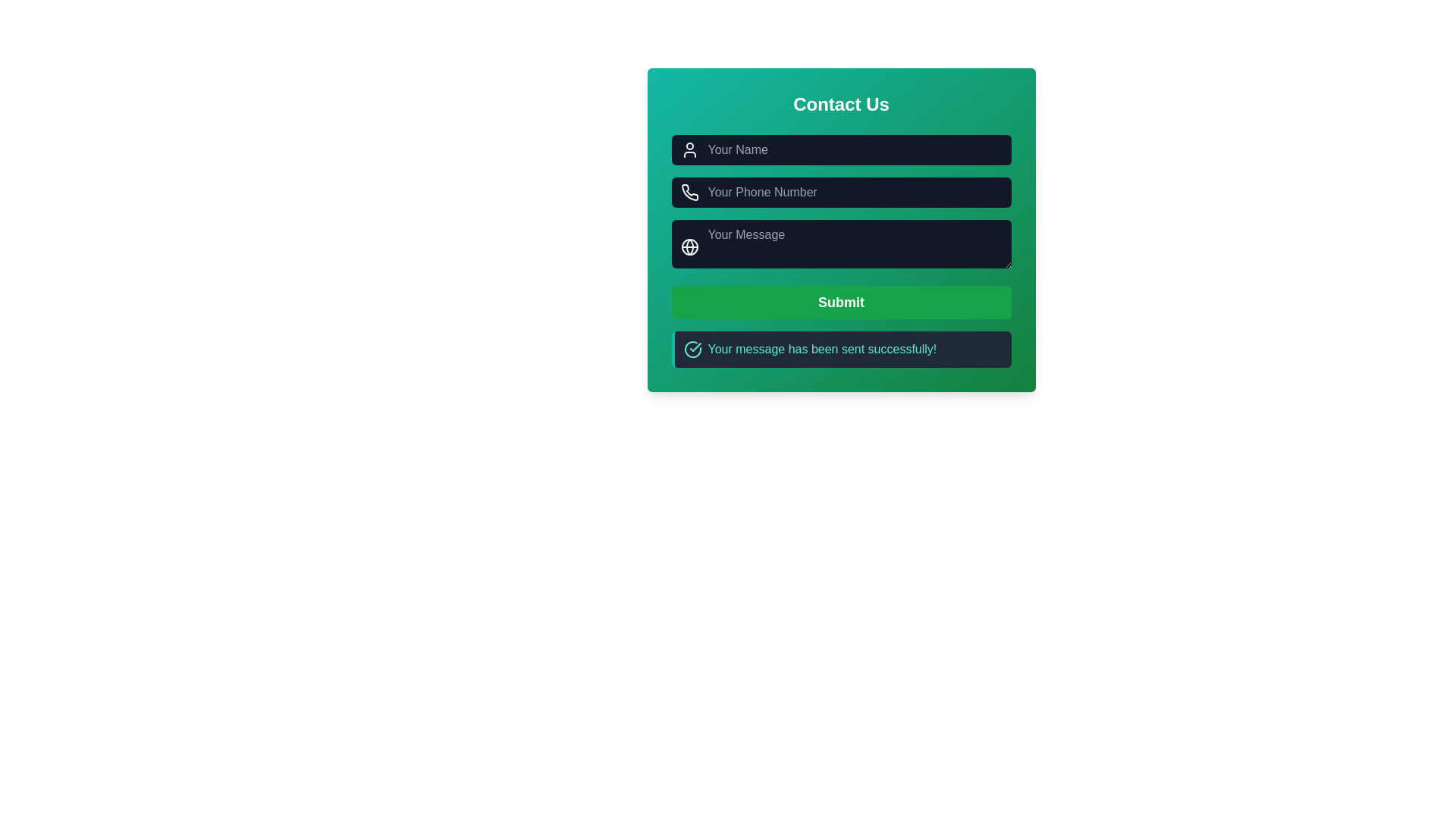 The height and width of the screenshot is (819, 1456). Describe the element at coordinates (840, 104) in the screenshot. I see `the static text heading that indicates the purpose of the form, positioned in the top section of a green gradient box` at that location.